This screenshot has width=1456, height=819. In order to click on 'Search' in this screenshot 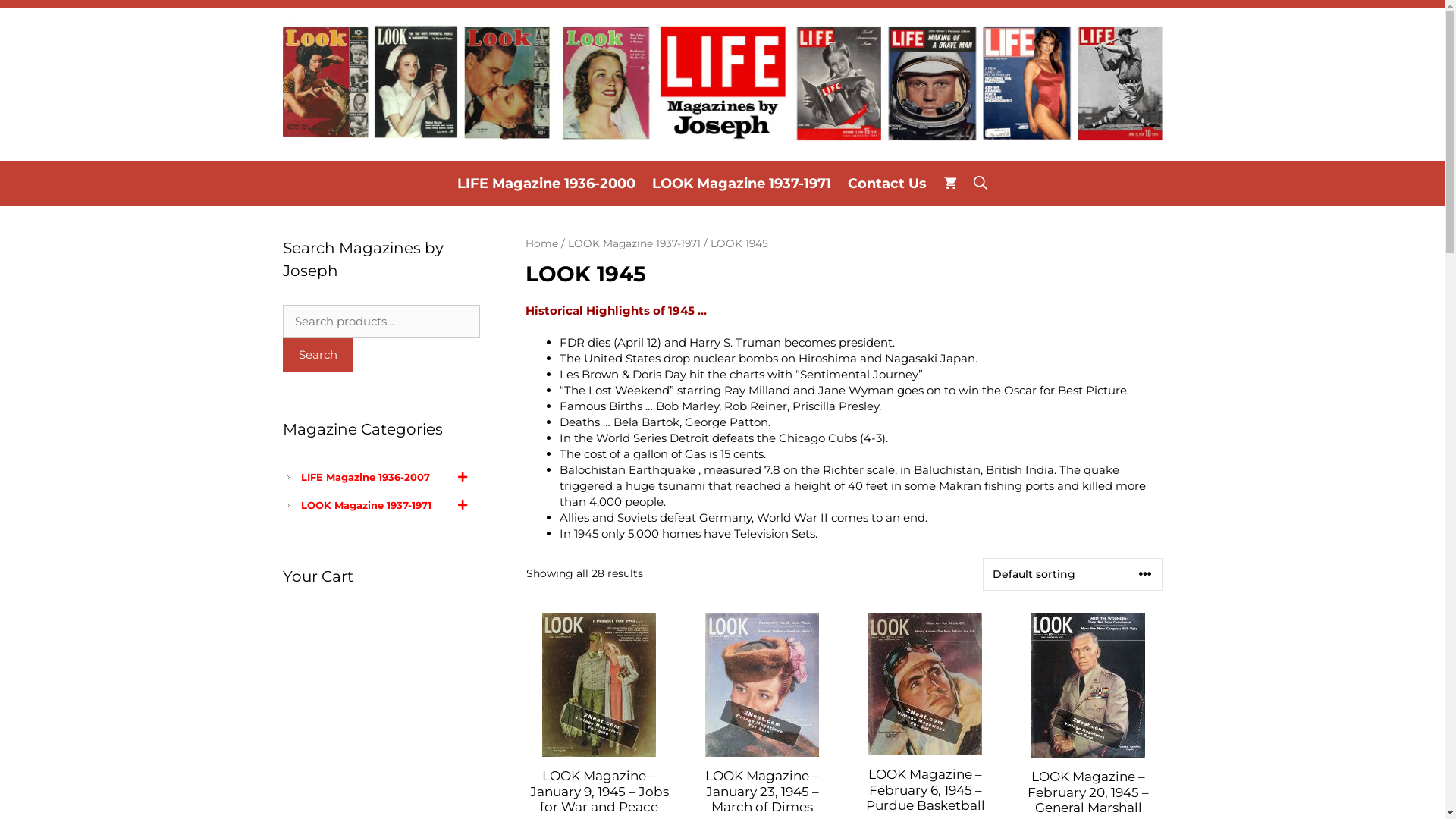, I will do `click(316, 355)`.